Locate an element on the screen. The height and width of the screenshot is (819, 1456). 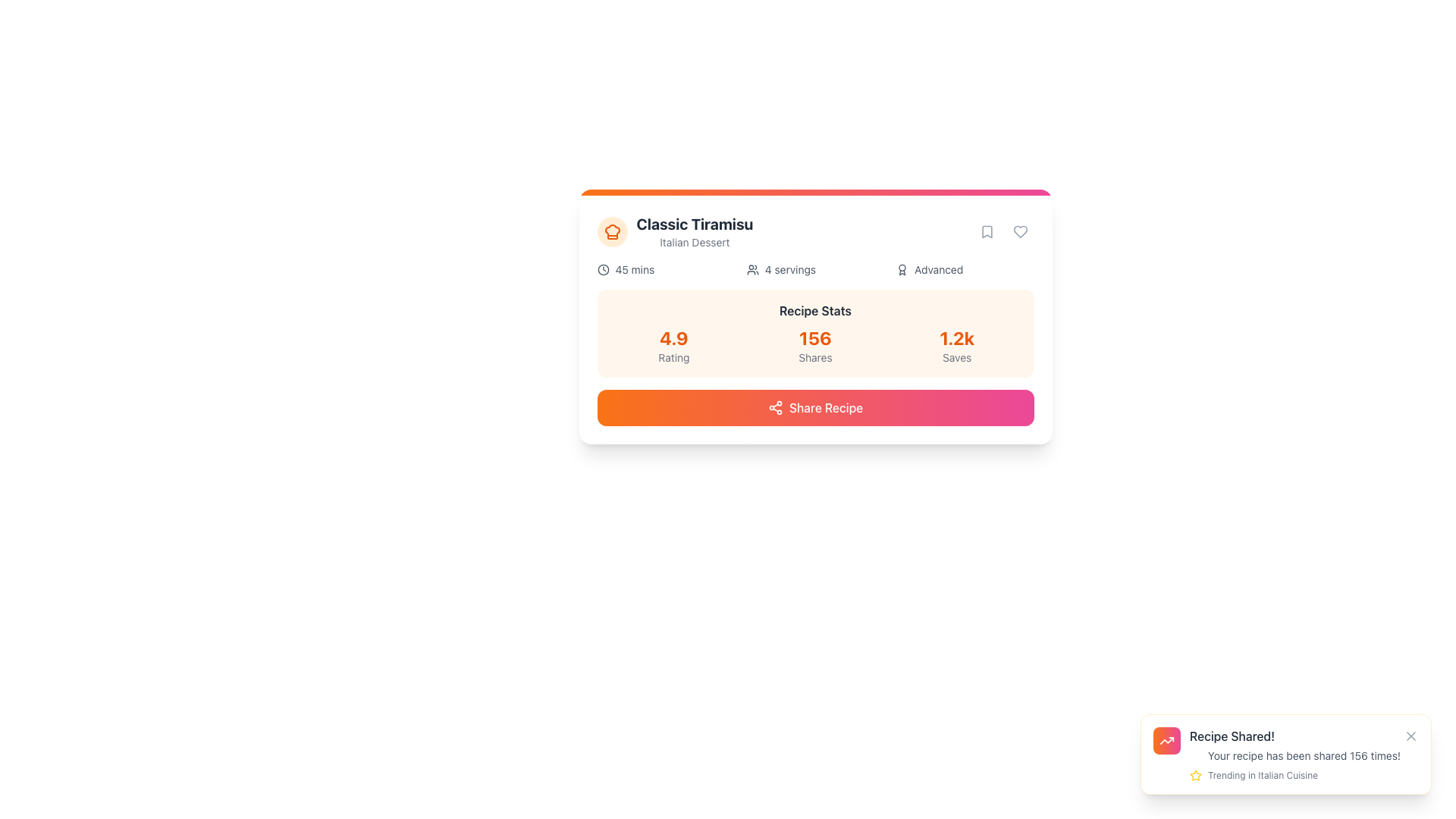
text label that serves as the title for the content above the 'Italian Dessert' line, located in the top-left segment of the card-like interface is located at coordinates (694, 224).